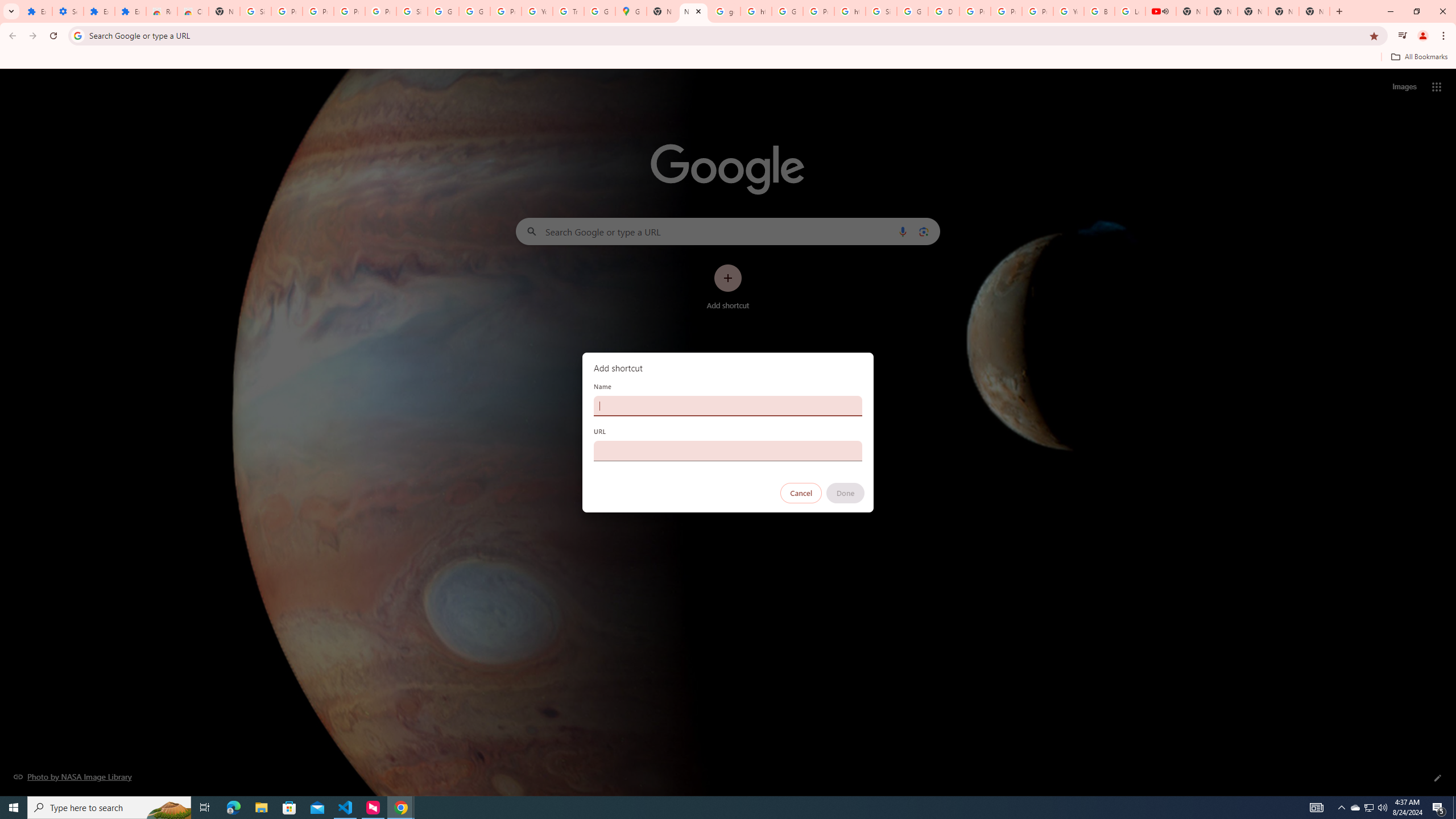 The image size is (1456, 819). I want to click on 'URL', so click(728, 450).